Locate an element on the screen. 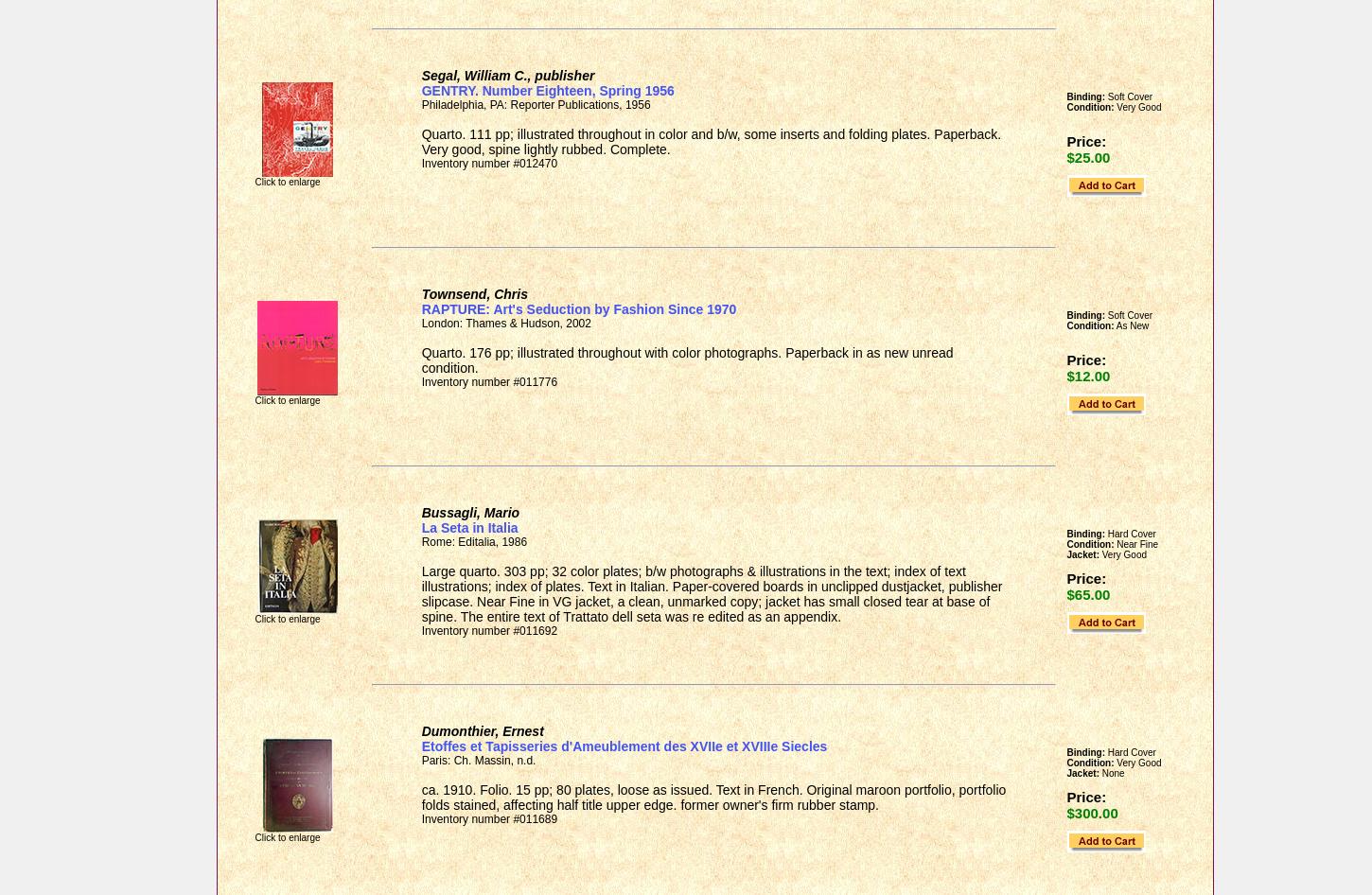 This screenshot has width=1372, height=895. 'Segal, William C., publisher' is located at coordinates (420, 75).